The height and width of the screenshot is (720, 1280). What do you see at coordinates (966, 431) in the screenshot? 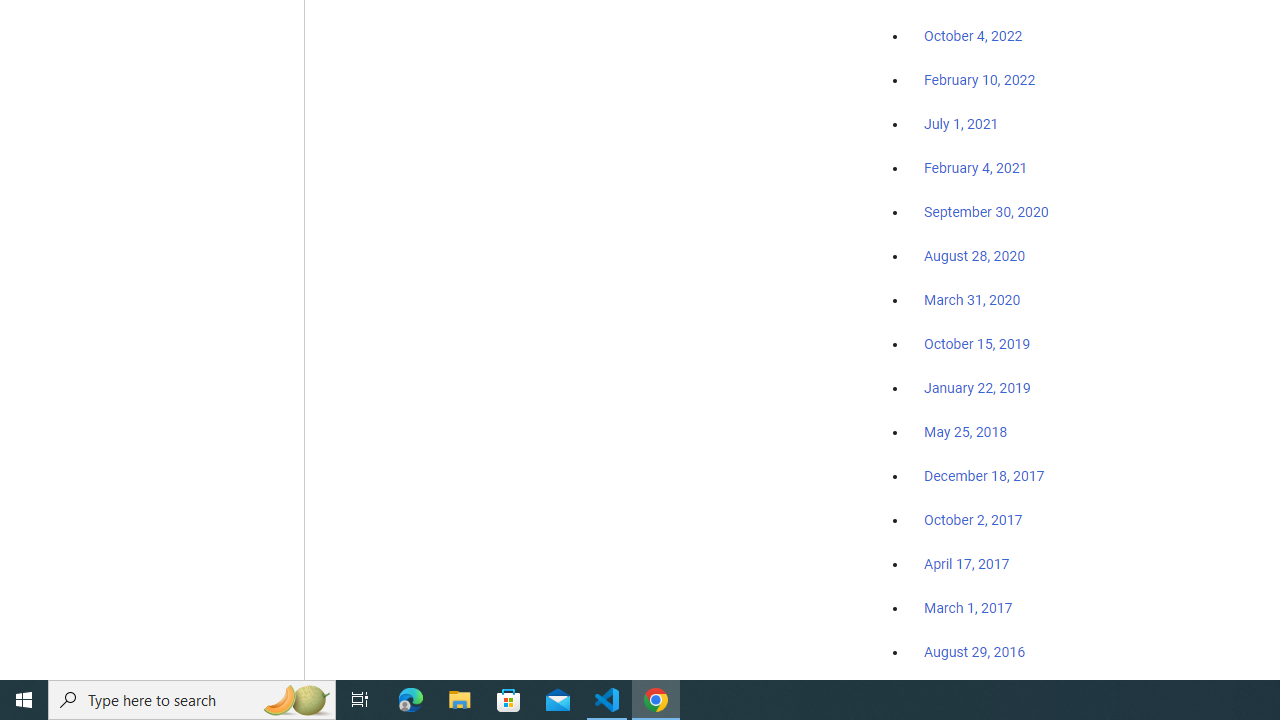
I see `'May 25, 2018'` at bounding box center [966, 431].